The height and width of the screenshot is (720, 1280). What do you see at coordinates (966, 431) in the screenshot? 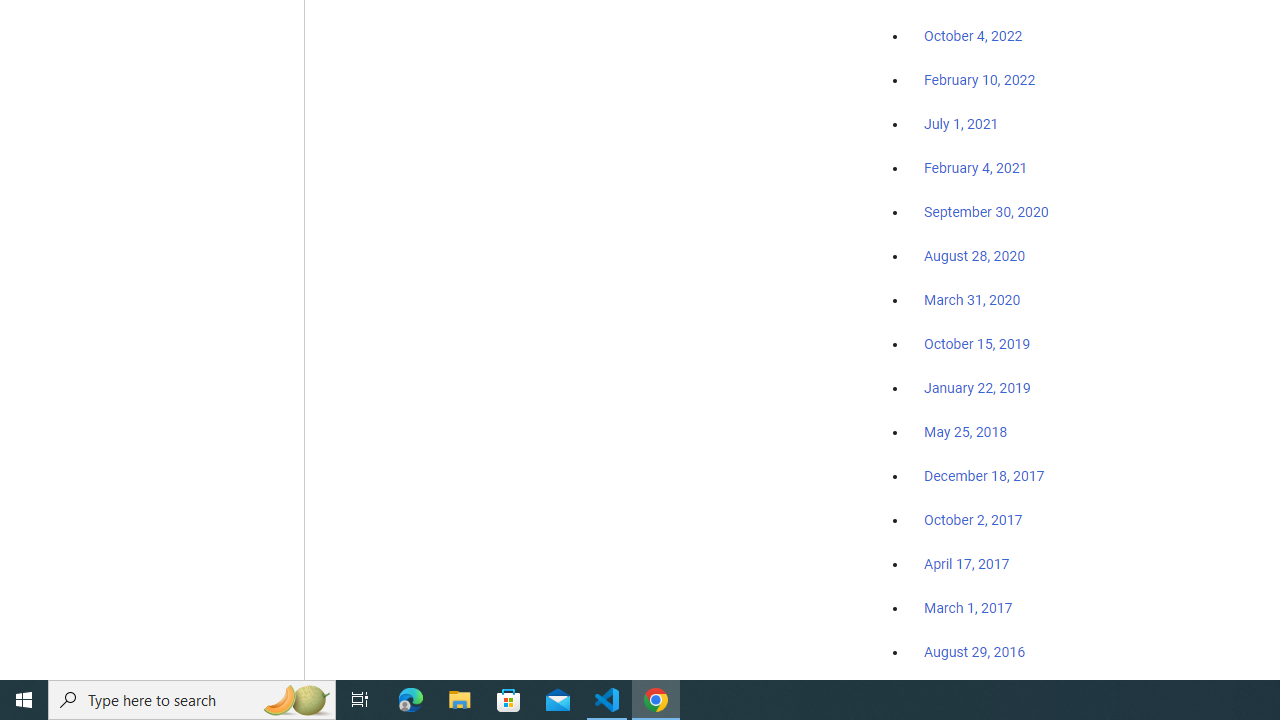
I see `'May 25, 2018'` at bounding box center [966, 431].